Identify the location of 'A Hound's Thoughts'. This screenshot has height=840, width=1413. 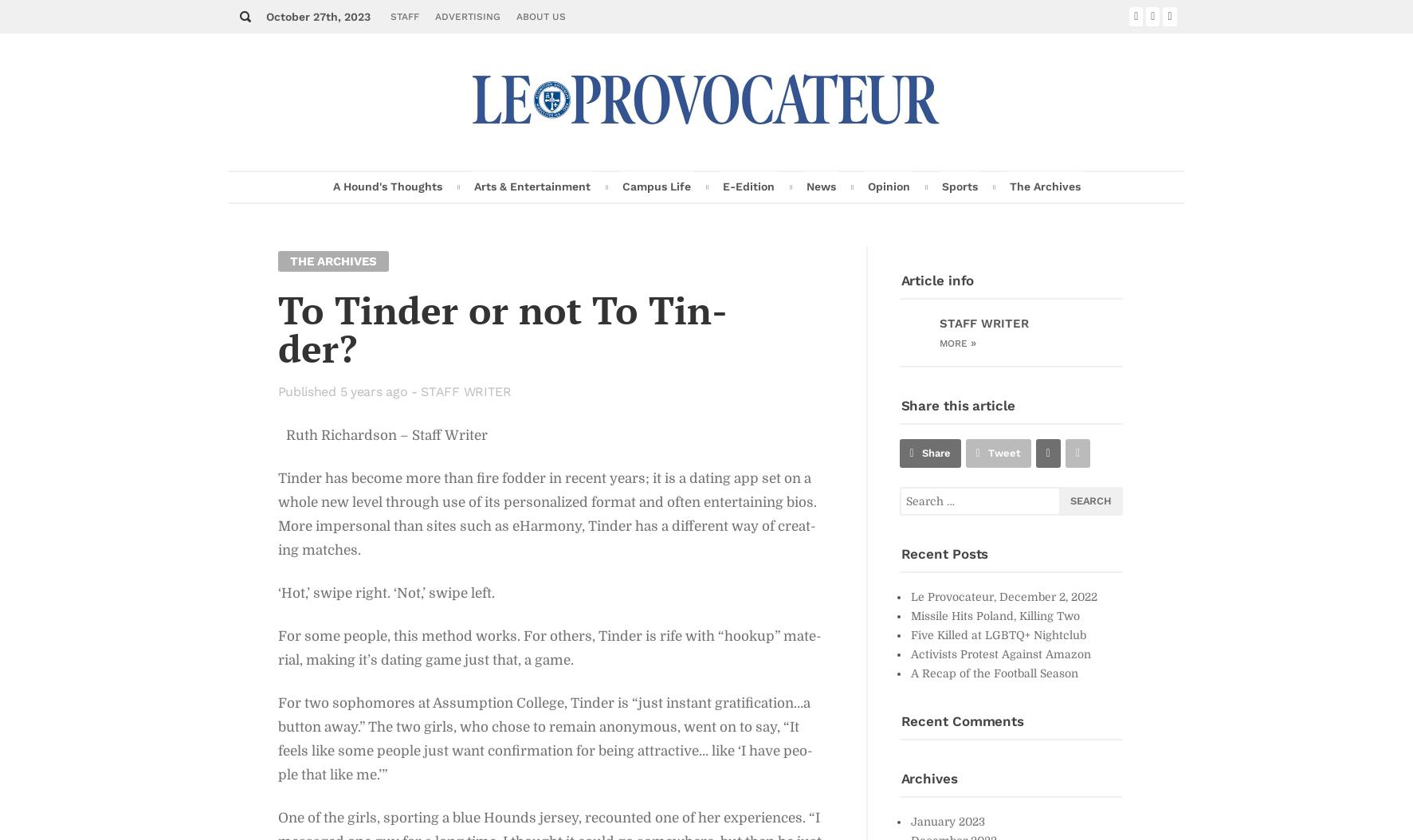
(386, 186).